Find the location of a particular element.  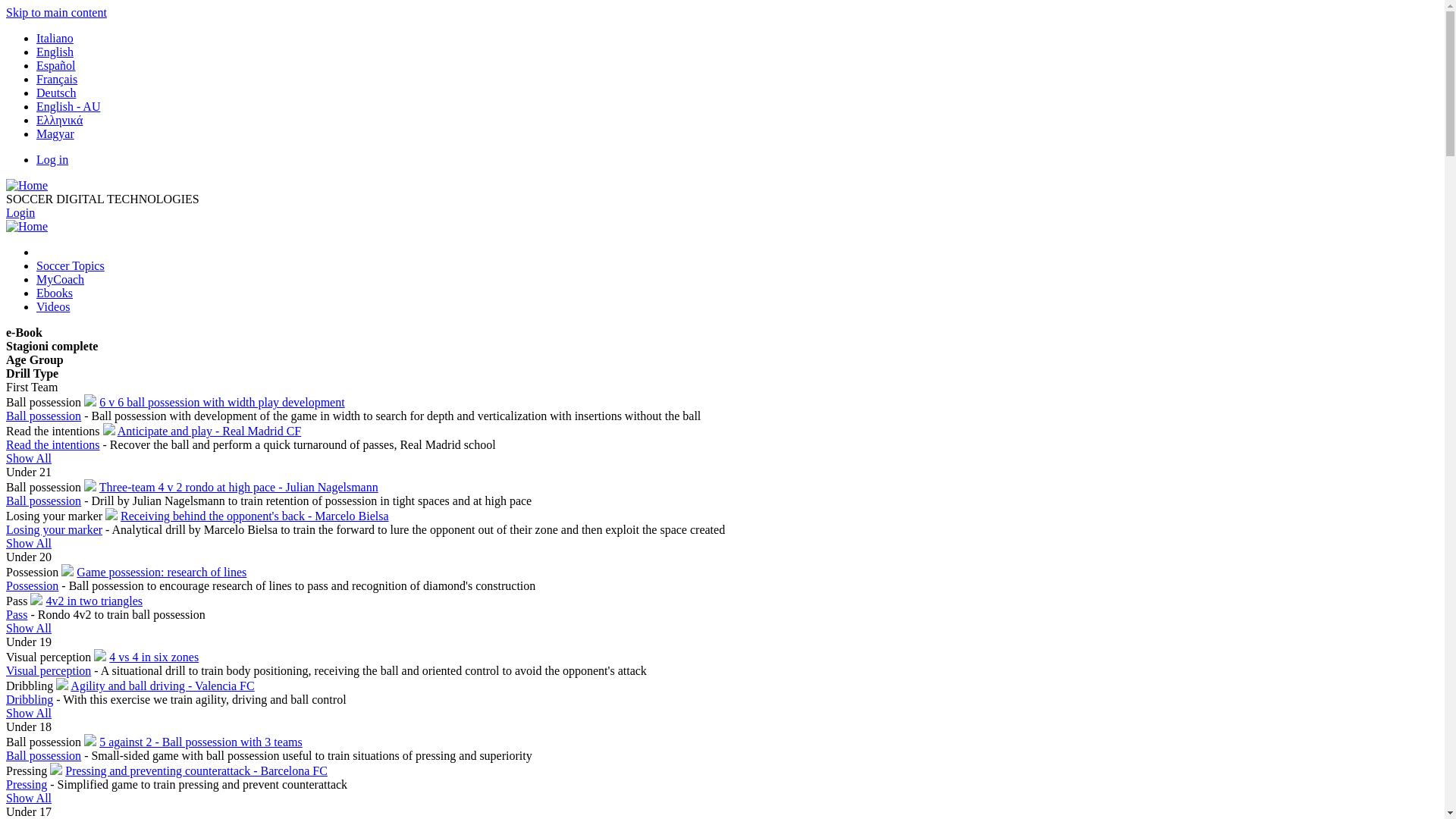

'Anticipate and play - Real Madrid CF' is located at coordinates (209, 431).